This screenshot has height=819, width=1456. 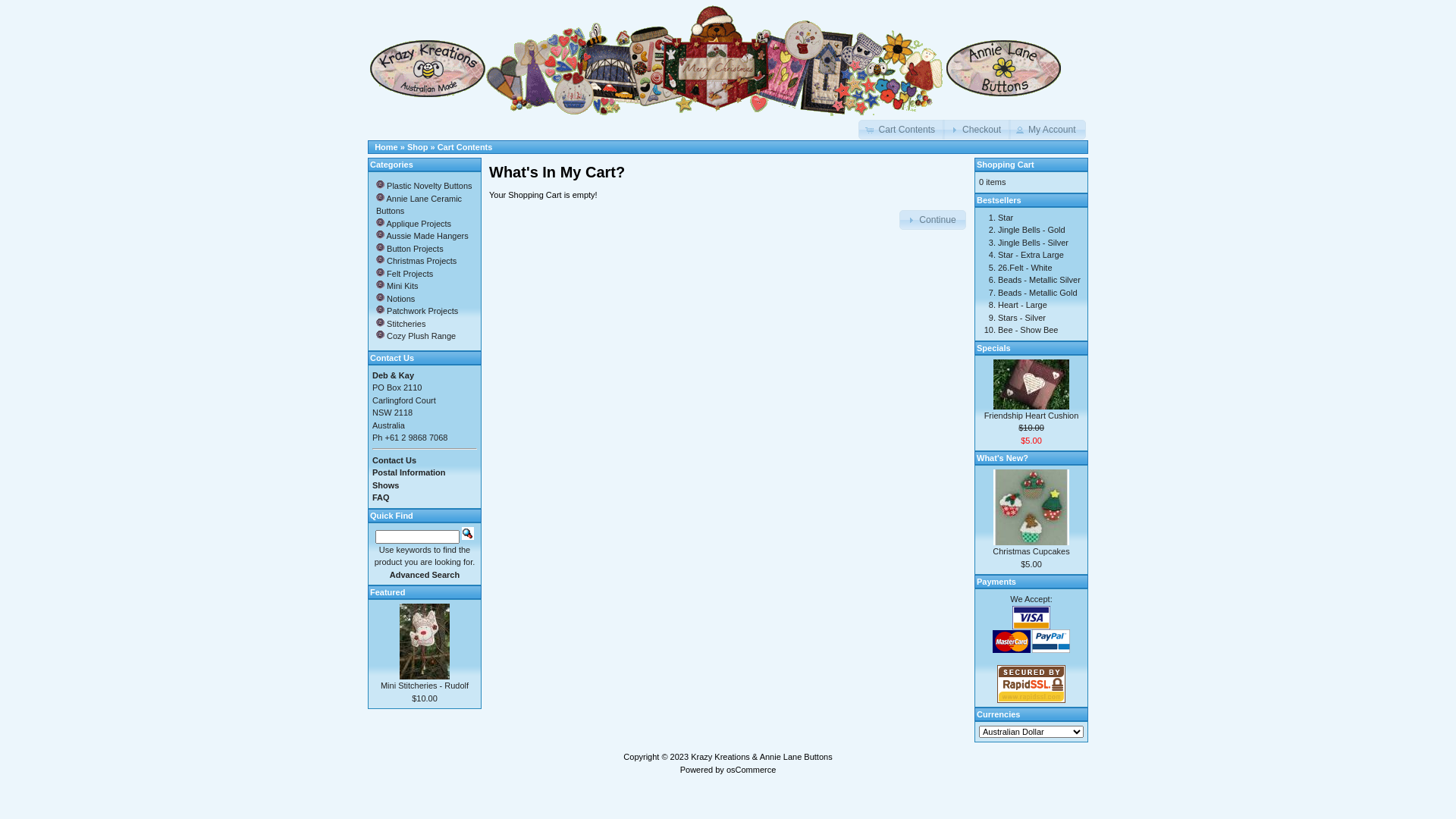 What do you see at coordinates (397, 286) in the screenshot?
I see `' Mini Kits'` at bounding box center [397, 286].